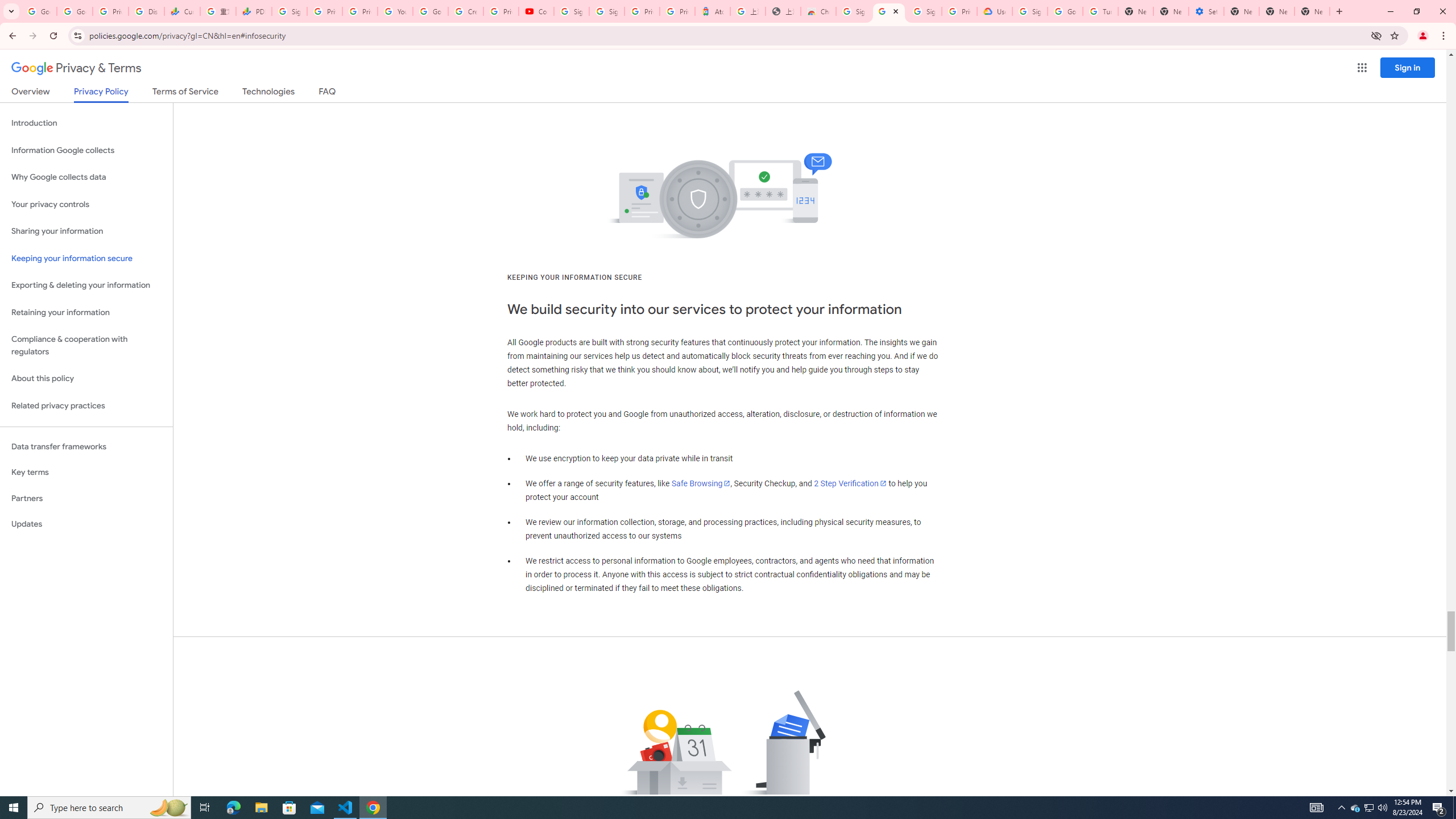 The image size is (1456, 819). I want to click on 'Retaining your information', so click(86, 312).